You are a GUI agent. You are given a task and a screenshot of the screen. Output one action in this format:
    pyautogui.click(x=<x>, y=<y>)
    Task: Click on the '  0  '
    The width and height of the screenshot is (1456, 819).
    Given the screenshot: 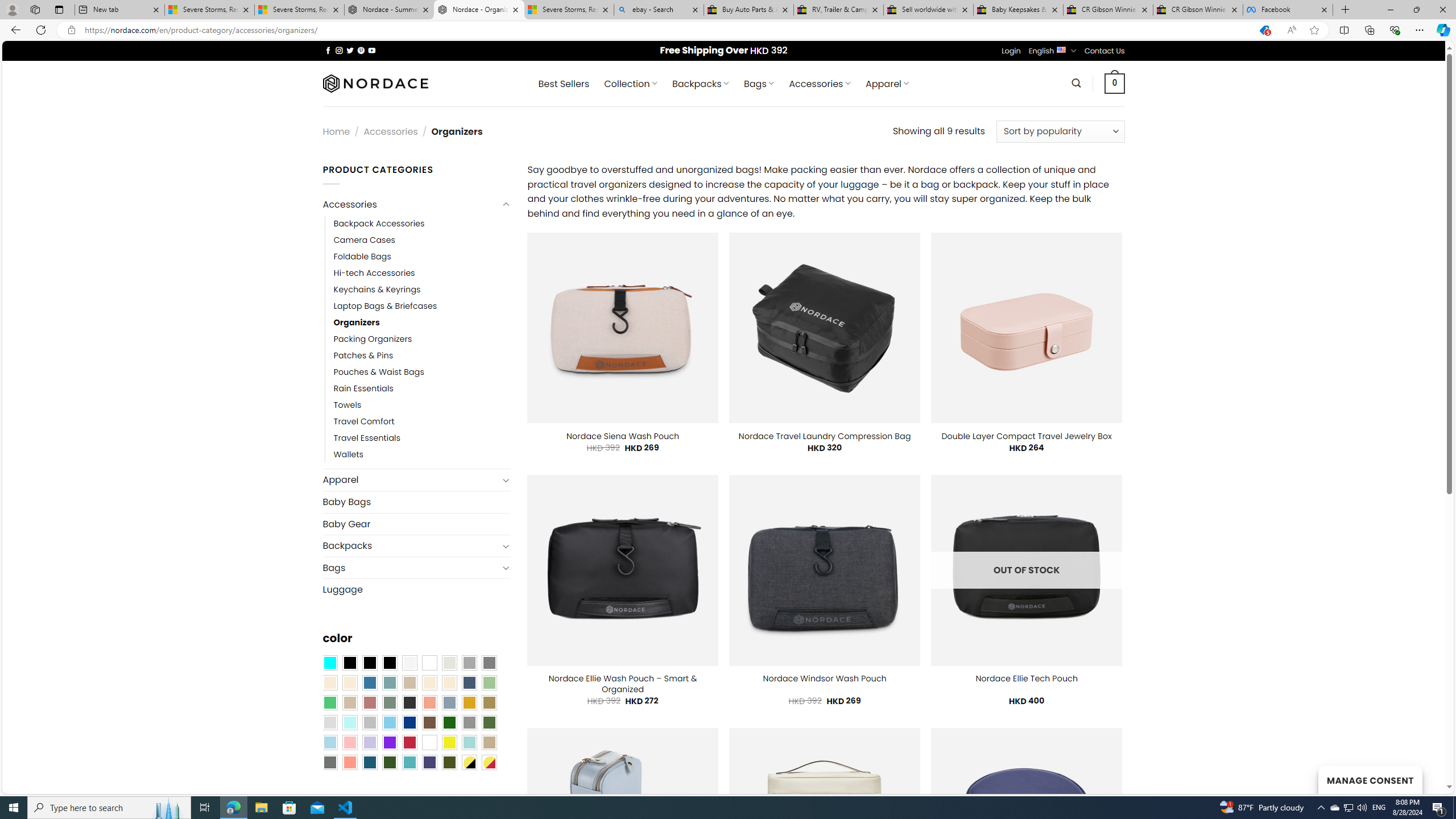 What is the action you would take?
    pyautogui.click(x=1115, y=82)
    